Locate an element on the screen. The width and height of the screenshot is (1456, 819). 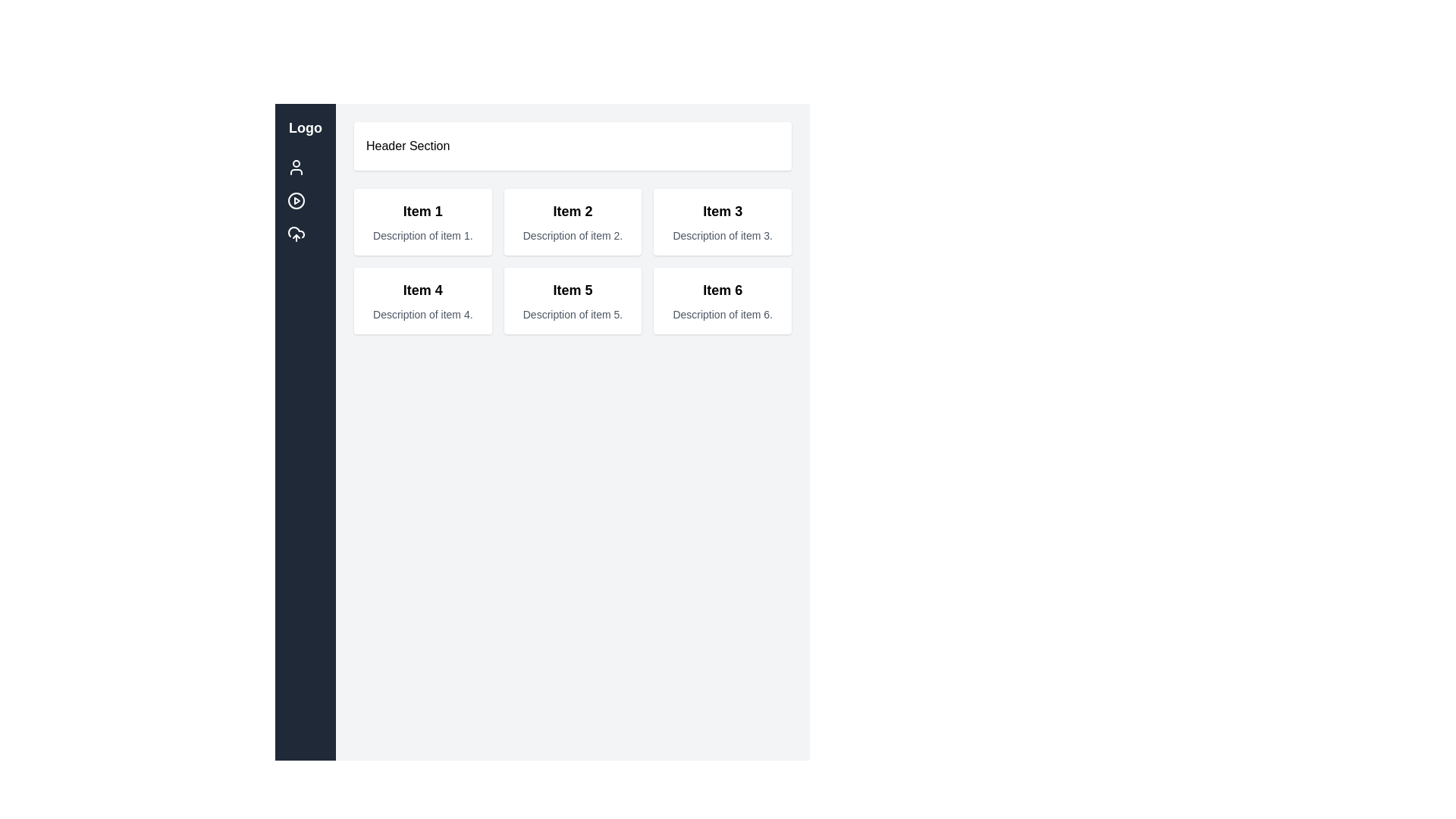
the Static content card titled 'Item 3,' which is the third card in a grid layout located in the upper-right of the grid is located at coordinates (722, 222).